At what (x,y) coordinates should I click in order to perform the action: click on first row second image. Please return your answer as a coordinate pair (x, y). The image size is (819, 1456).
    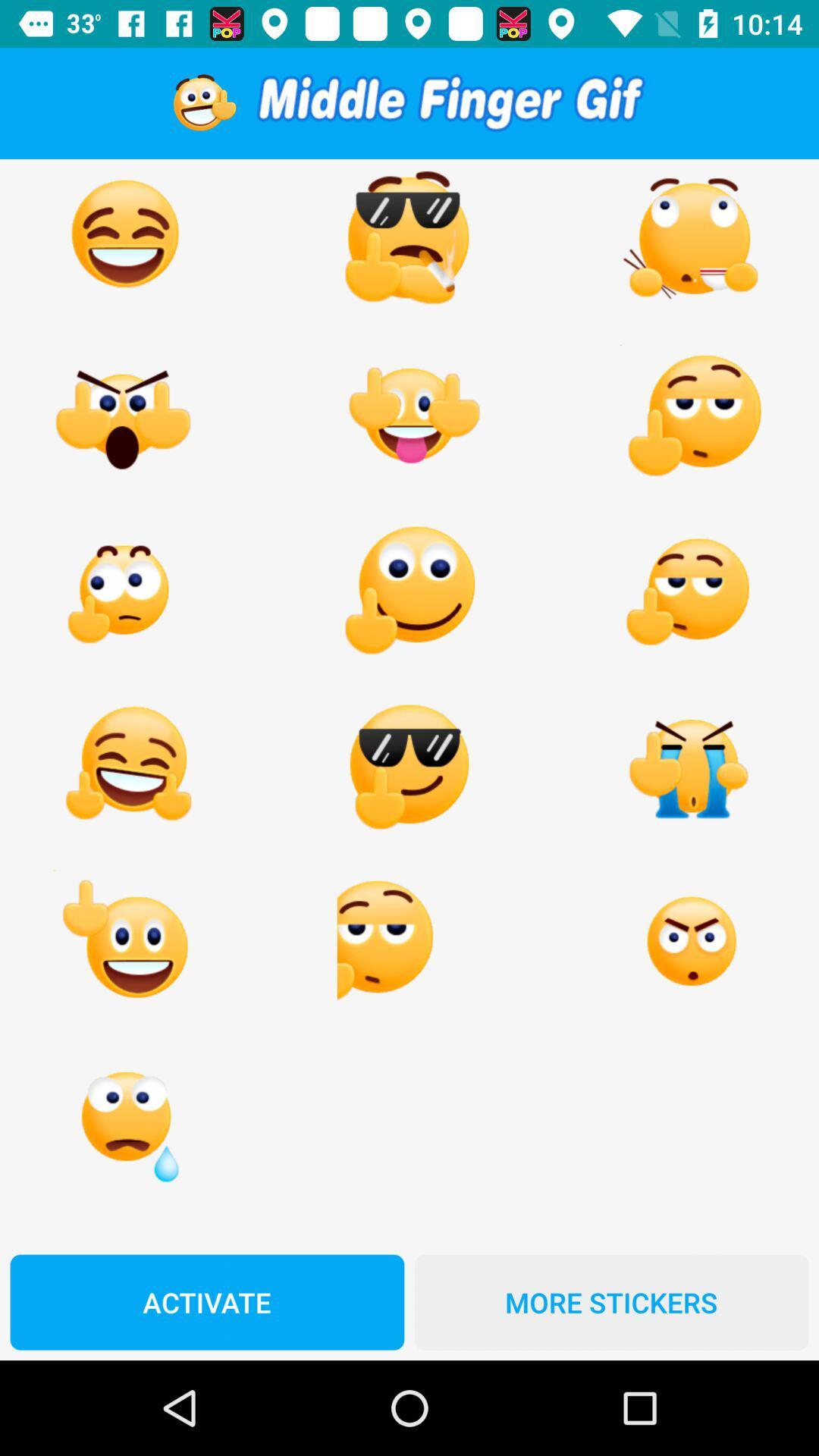
    Looking at the image, I should click on (408, 240).